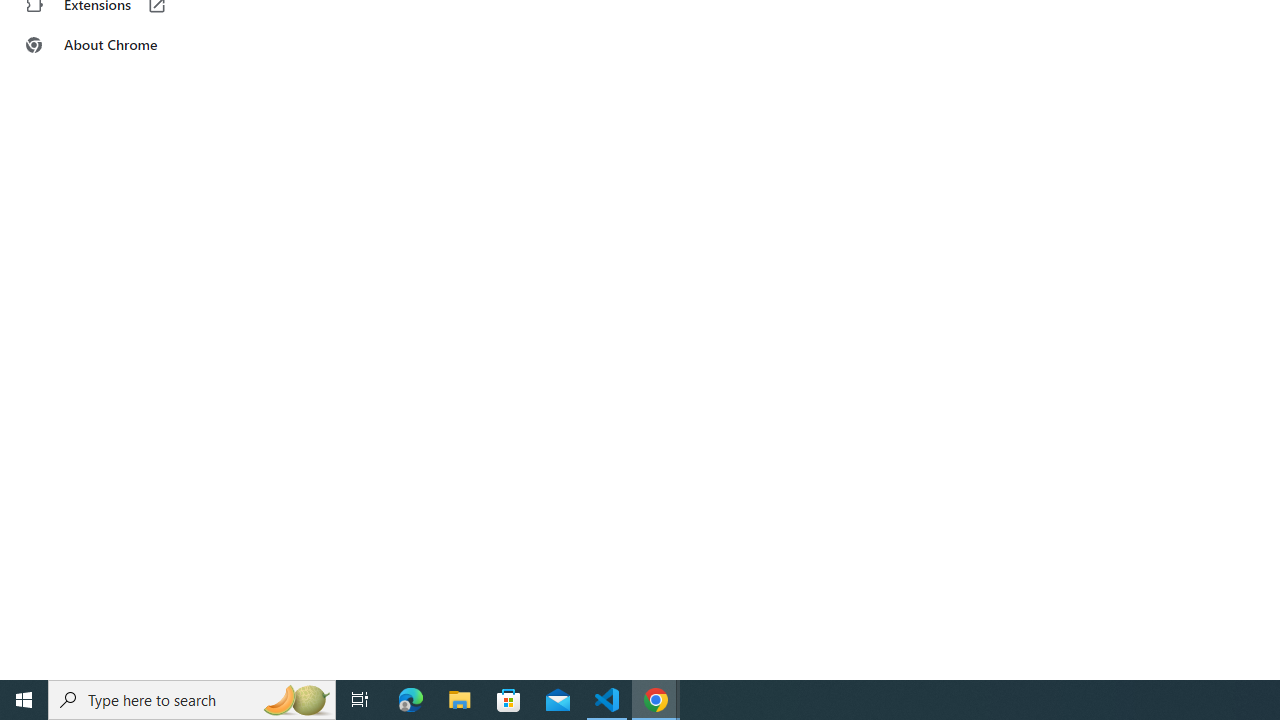 The image size is (1280, 720). Describe the element at coordinates (24, 698) in the screenshot. I see `'Start'` at that location.